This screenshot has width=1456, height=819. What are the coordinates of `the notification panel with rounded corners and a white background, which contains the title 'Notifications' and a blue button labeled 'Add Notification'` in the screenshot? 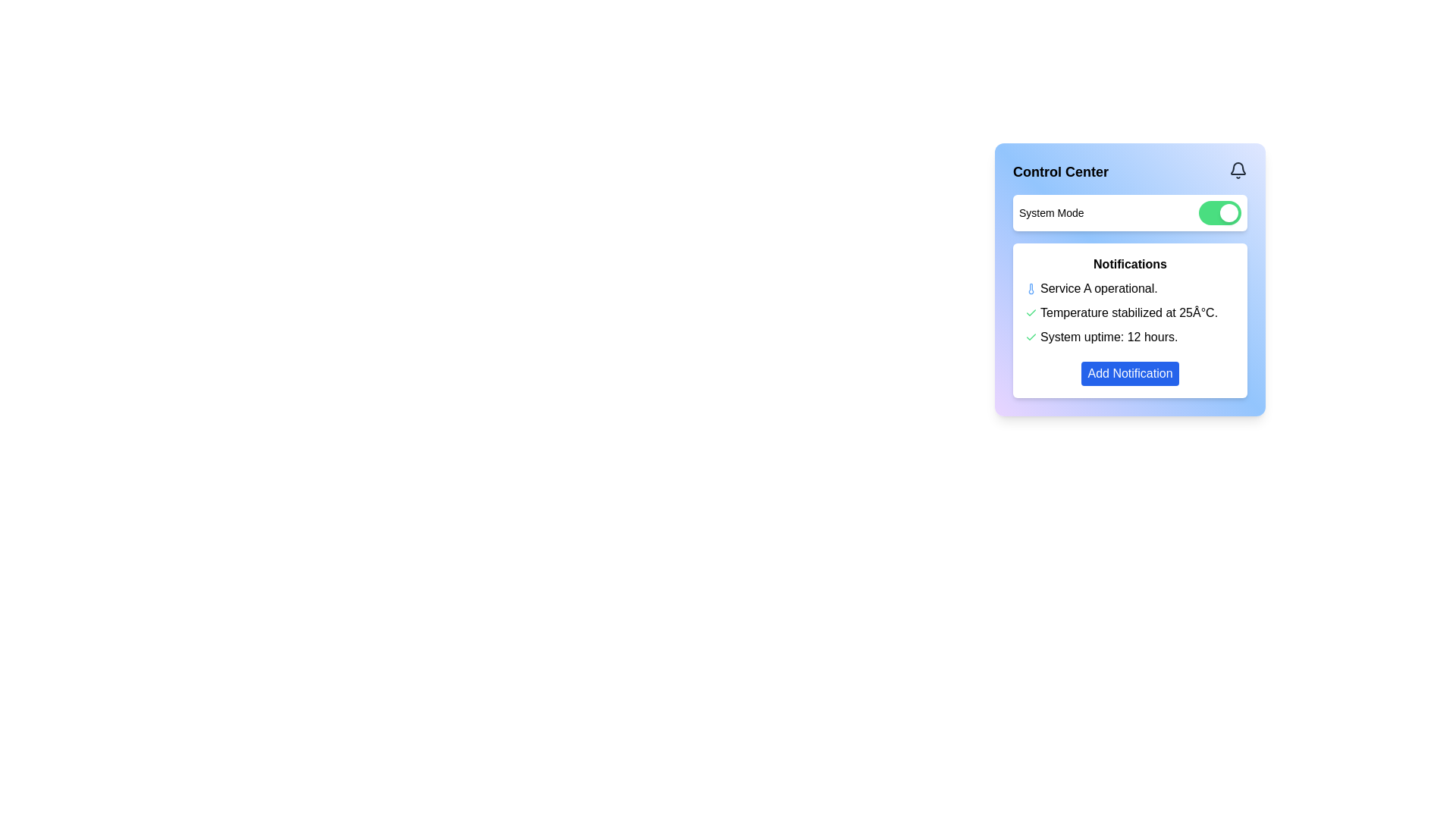 It's located at (1130, 320).